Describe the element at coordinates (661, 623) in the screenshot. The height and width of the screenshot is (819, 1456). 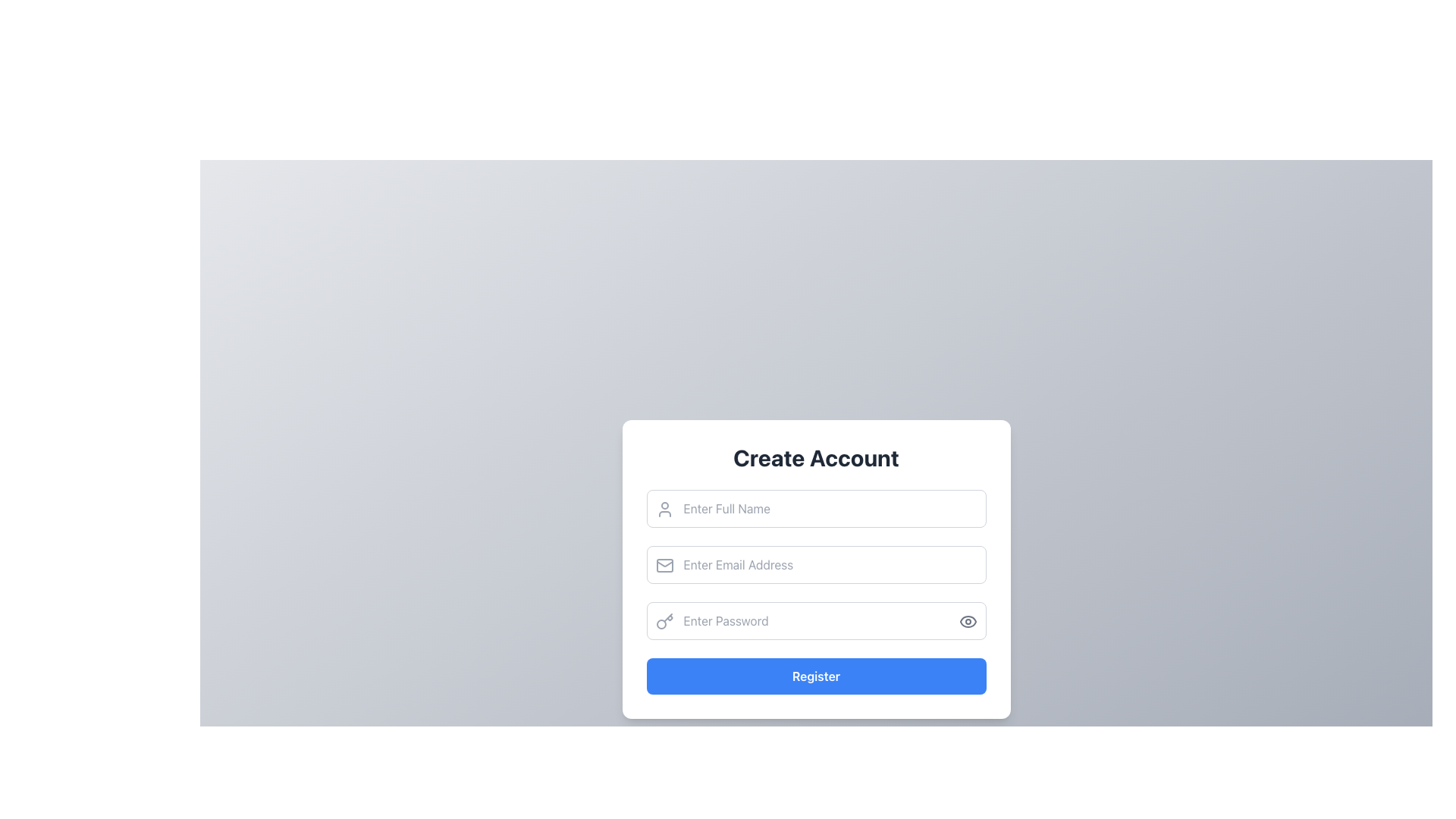
I see `the decorative graphical element representing the keyhole part of the 'key' icon, located within the third field of the form near the password input field` at that location.